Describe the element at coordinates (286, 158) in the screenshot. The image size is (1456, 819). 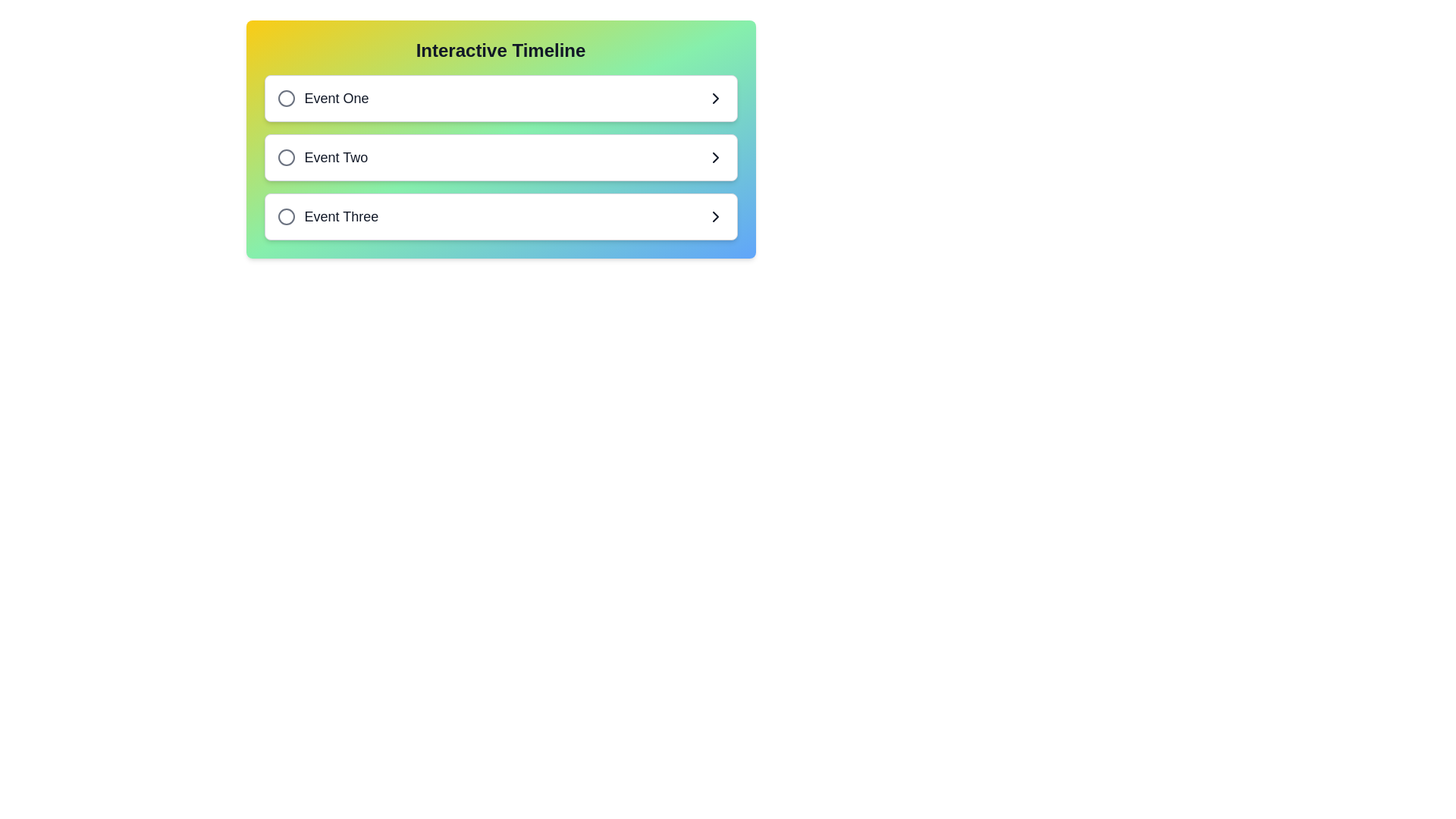
I see `the circular outline icon positioned to the left of the text 'Event Two'` at that location.